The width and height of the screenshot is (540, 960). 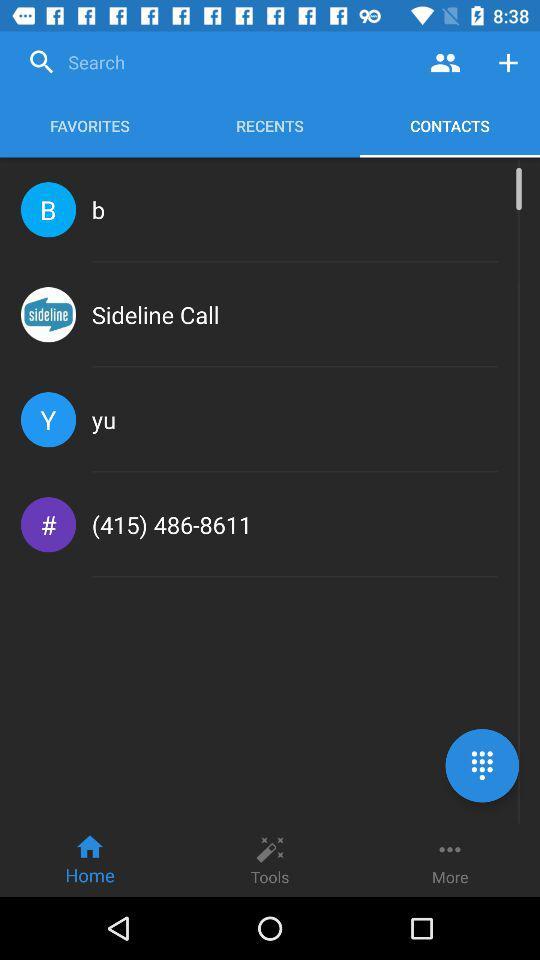 What do you see at coordinates (481, 764) in the screenshot?
I see `open keypad` at bounding box center [481, 764].